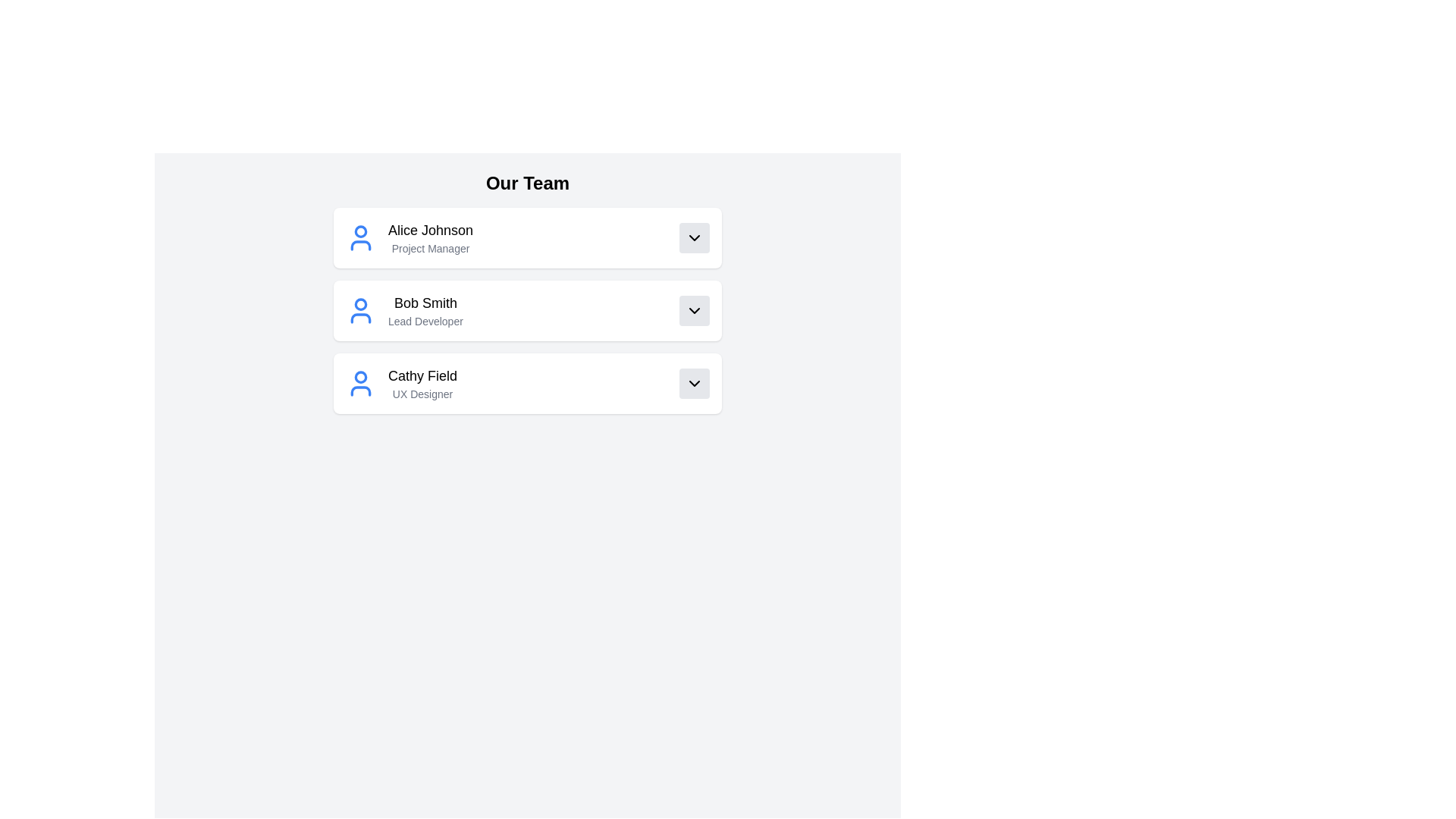  Describe the element at coordinates (359, 237) in the screenshot. I see `the icon representing team member Alice Johnson, located to the left of her name and title within the team roster card layout` at that location.